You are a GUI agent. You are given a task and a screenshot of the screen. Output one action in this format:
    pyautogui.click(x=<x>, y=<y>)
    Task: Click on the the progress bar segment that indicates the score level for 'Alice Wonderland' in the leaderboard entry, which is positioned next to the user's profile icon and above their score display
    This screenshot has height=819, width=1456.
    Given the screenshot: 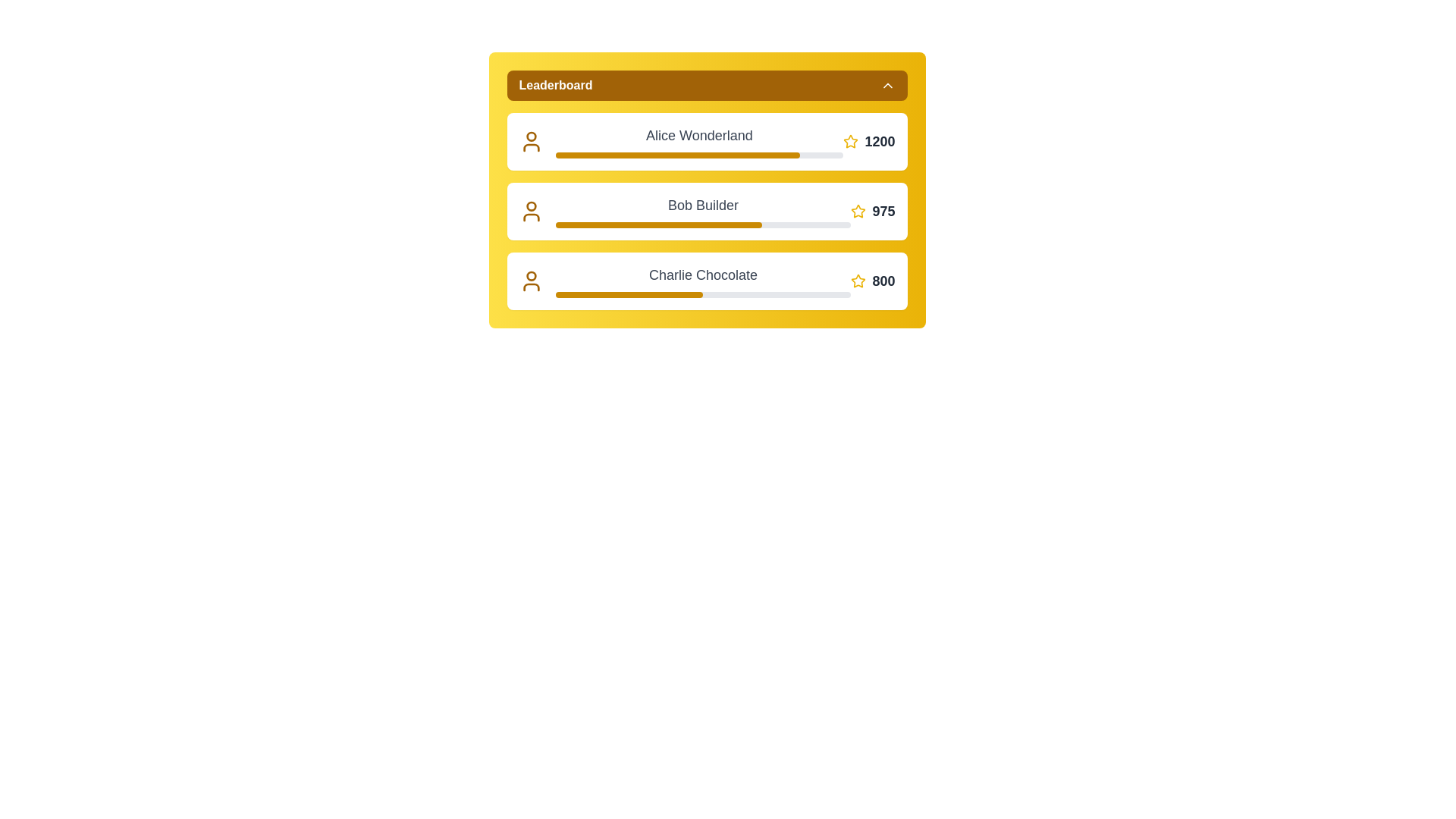 What is the action you would take?
    pyautogui.click(x=676, y=155)
    